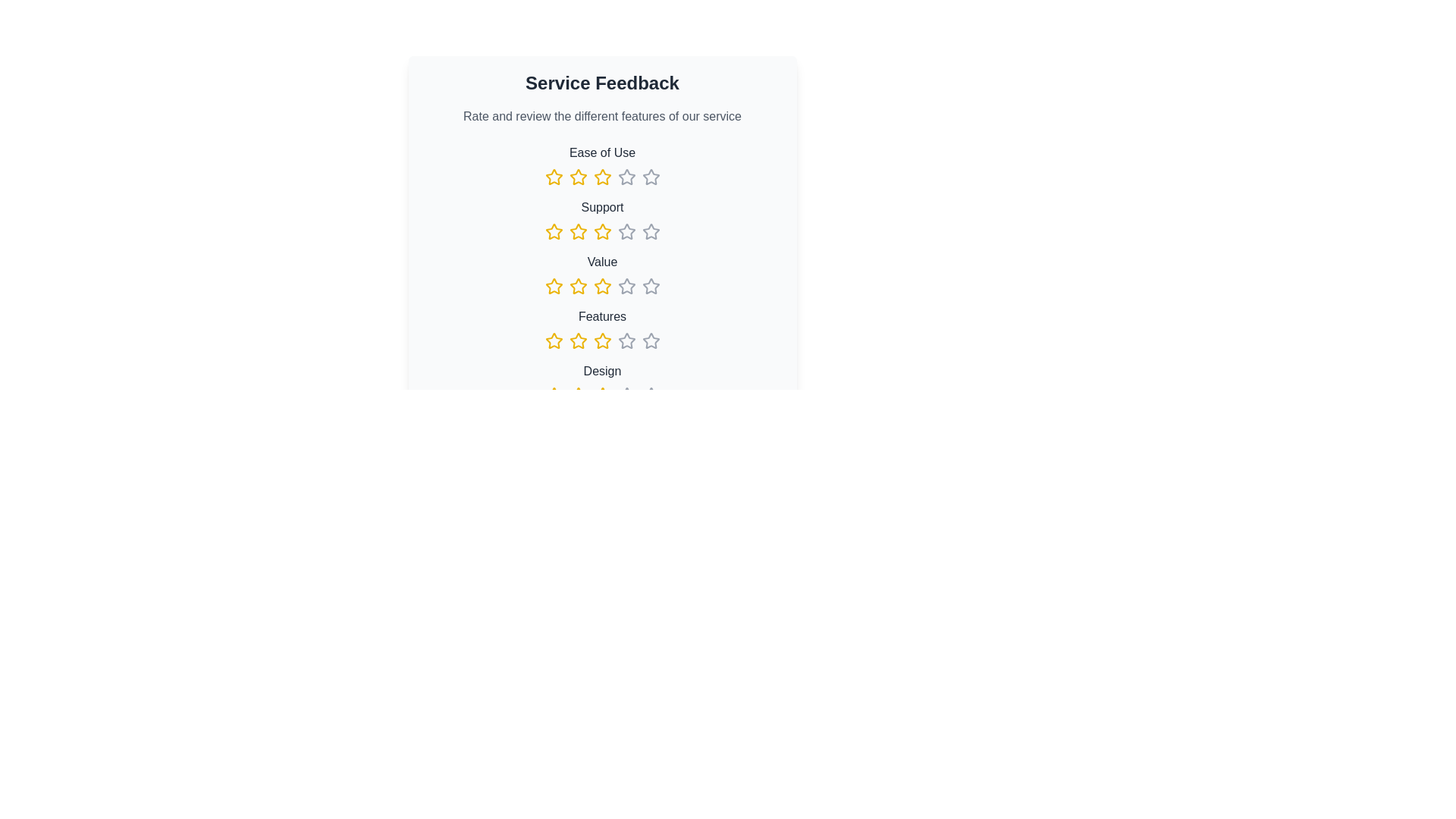  What do you see at coordinates (601, 231) in the screenshot?
I see `the fourth star from the left in the 'Support' rating row to trigger the tooltip or effect` at bounding box center [601, 231].